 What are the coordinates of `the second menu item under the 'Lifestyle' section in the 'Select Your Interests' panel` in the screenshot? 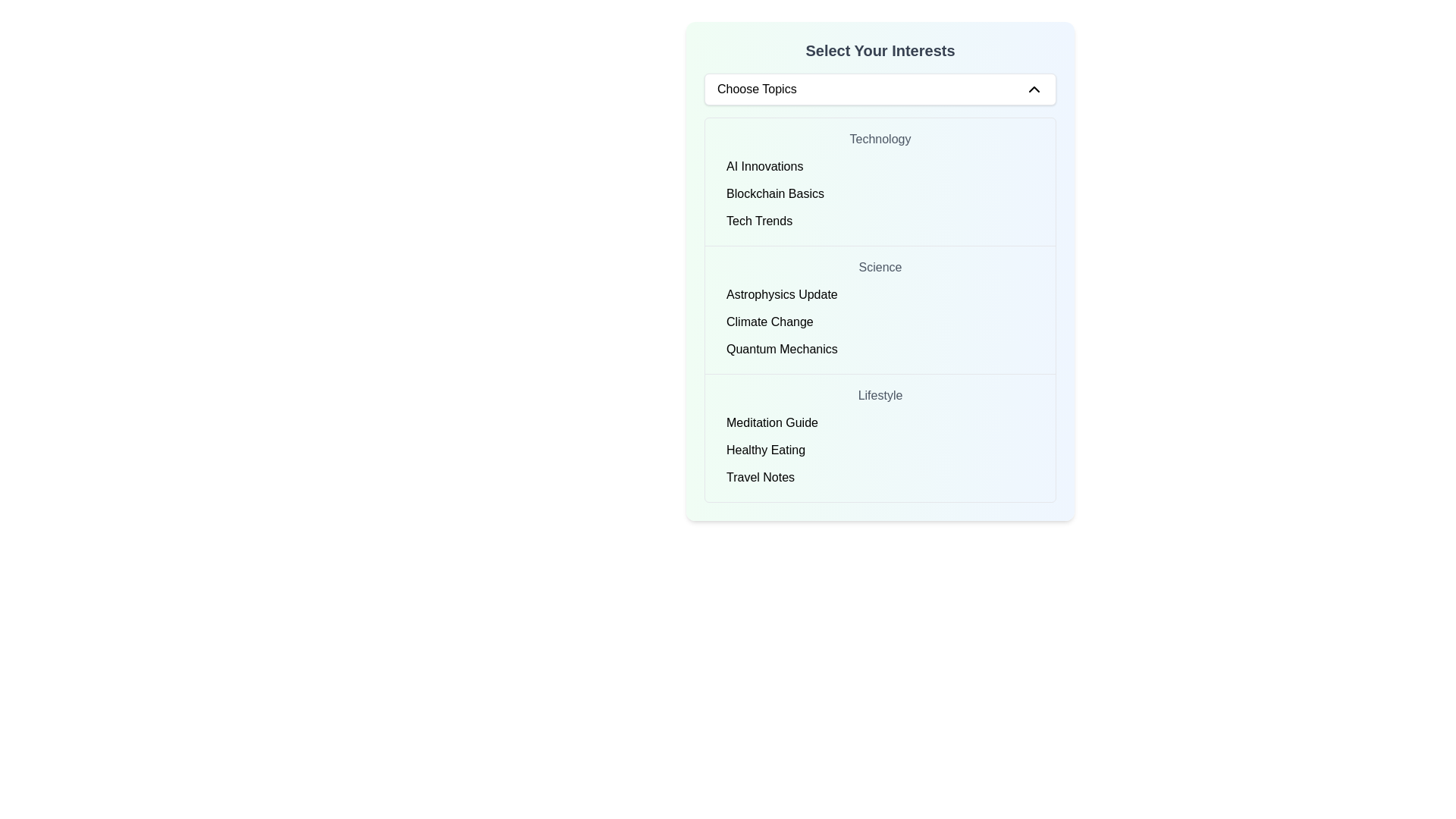 It's located at (766, 450).